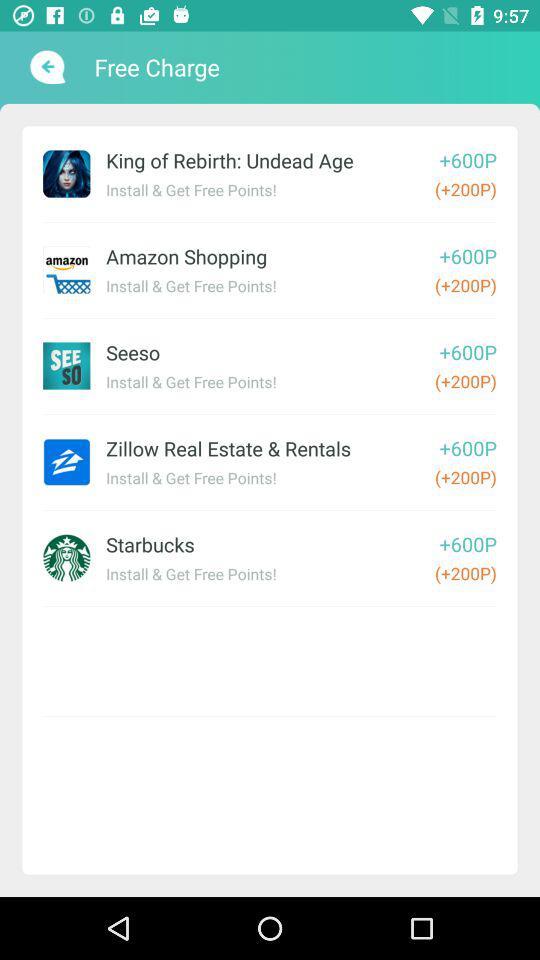 The width and height of the screenshot is (540, 960). Describe the element at coordinates (45, 67) in the screenshot. I see `go back` at that location.